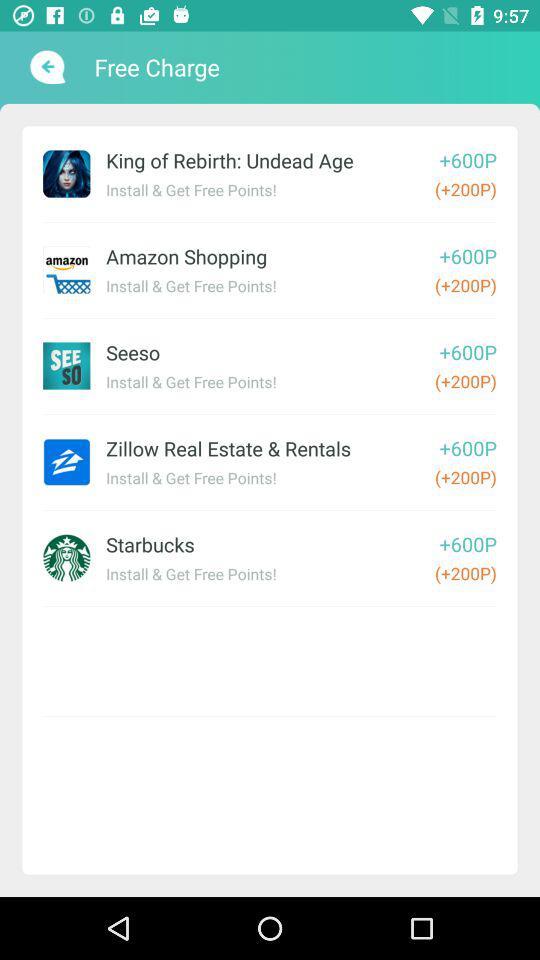 The width and height of the screenshot is (540, 960). Describe the element at coordinates (45, 67) in the screenshot. I see `go back` at that location.